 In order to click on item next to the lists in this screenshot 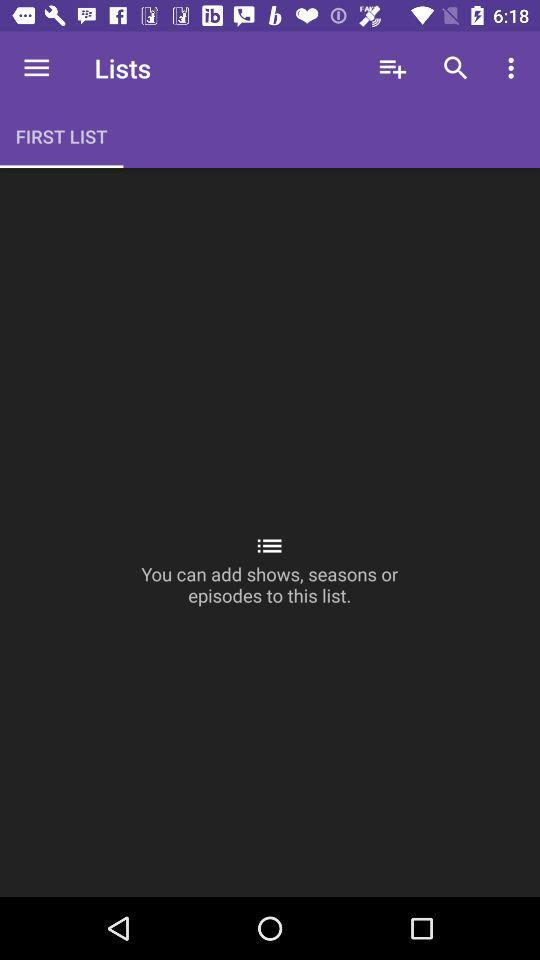, I will do `click(36, 68)`.